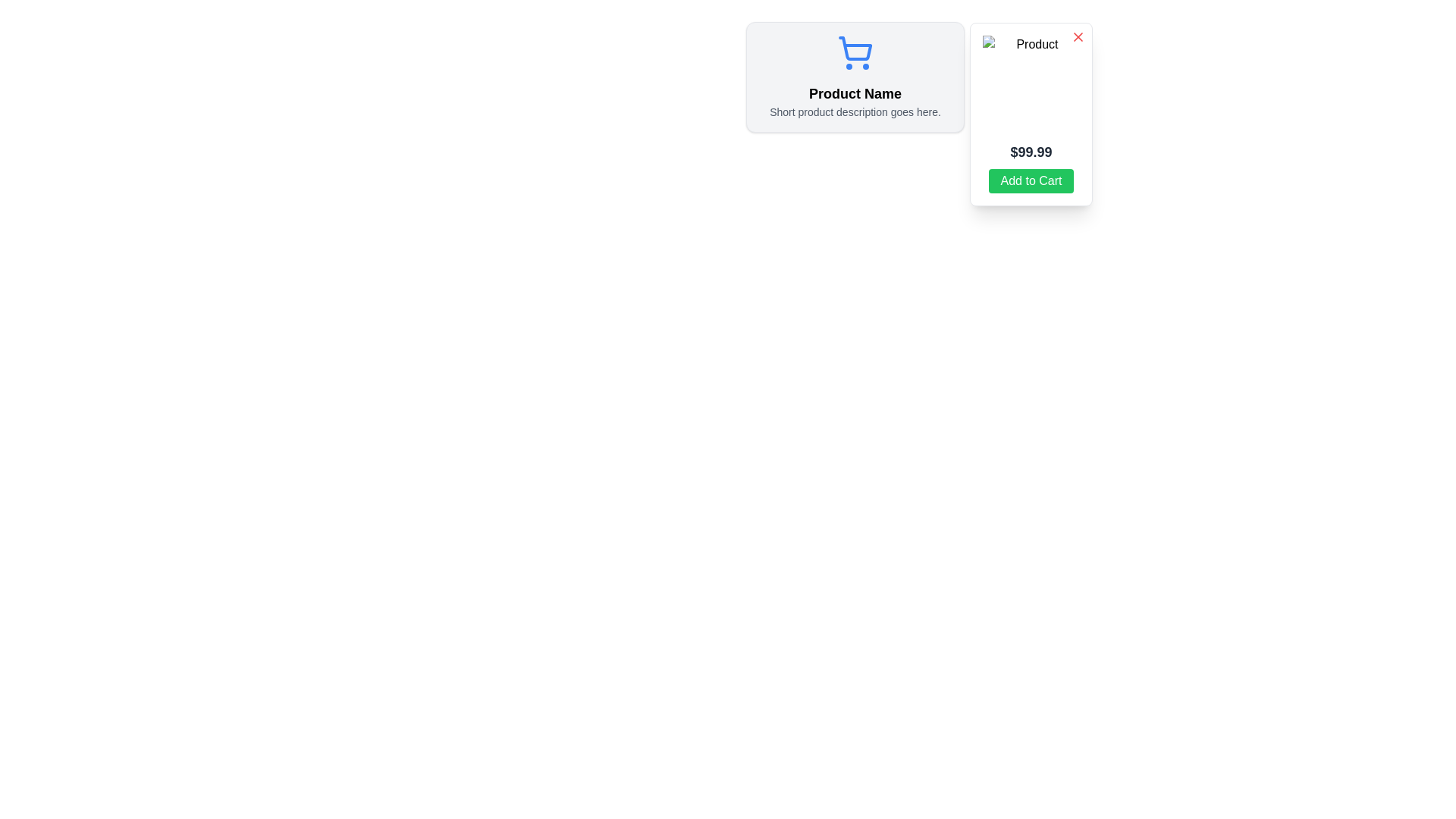 This screenshot has height=819, width=1456. What do you see at coordinates (1031, 152) in the screenshot?
I see `the text label displaying the product's price, which is center-aligned within the panel, located below the product image and above the 'Add to Cart' button` at bounding box center [1031, 152].